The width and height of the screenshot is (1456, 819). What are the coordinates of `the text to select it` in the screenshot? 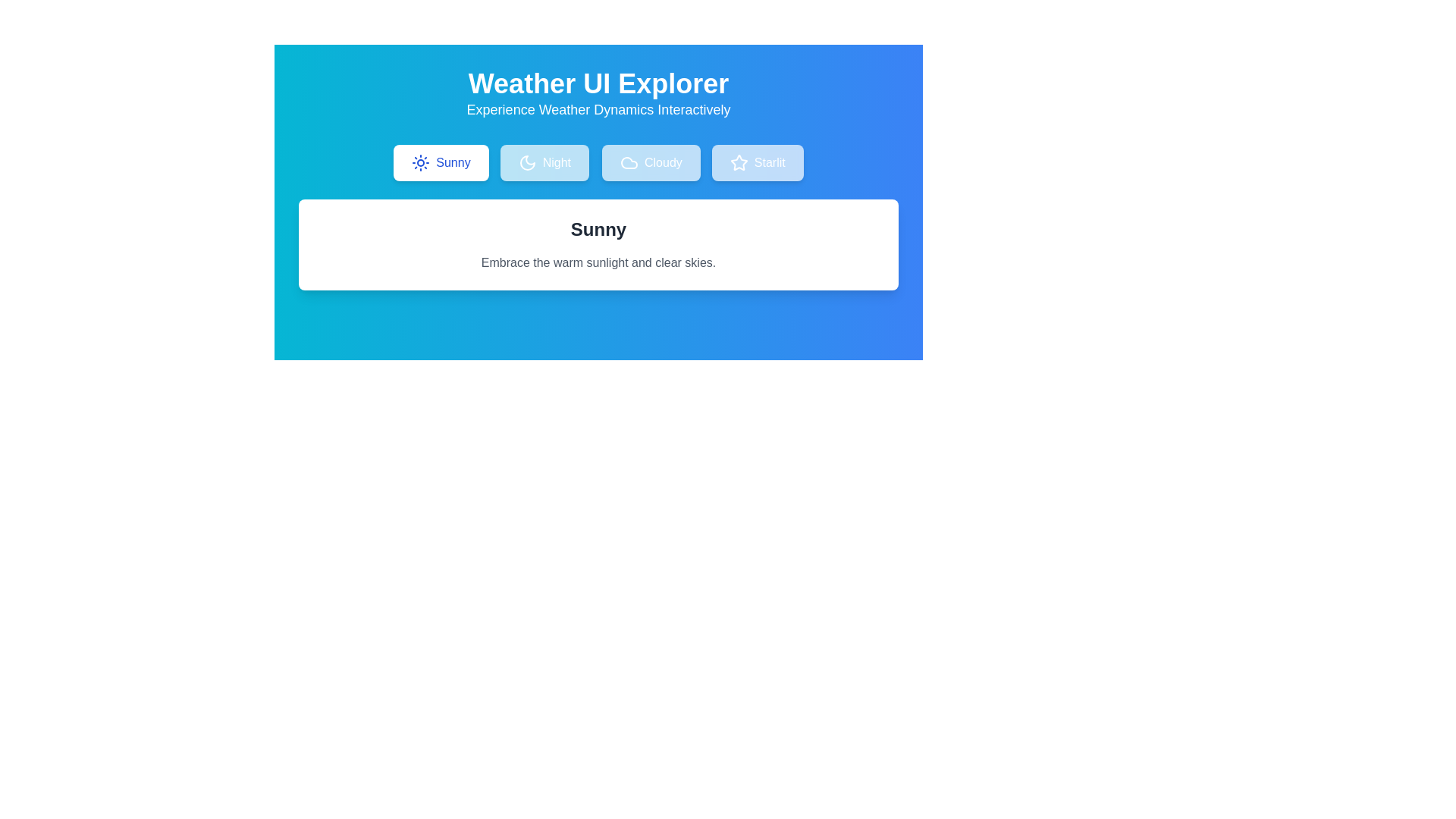 It's located at (598, 244).